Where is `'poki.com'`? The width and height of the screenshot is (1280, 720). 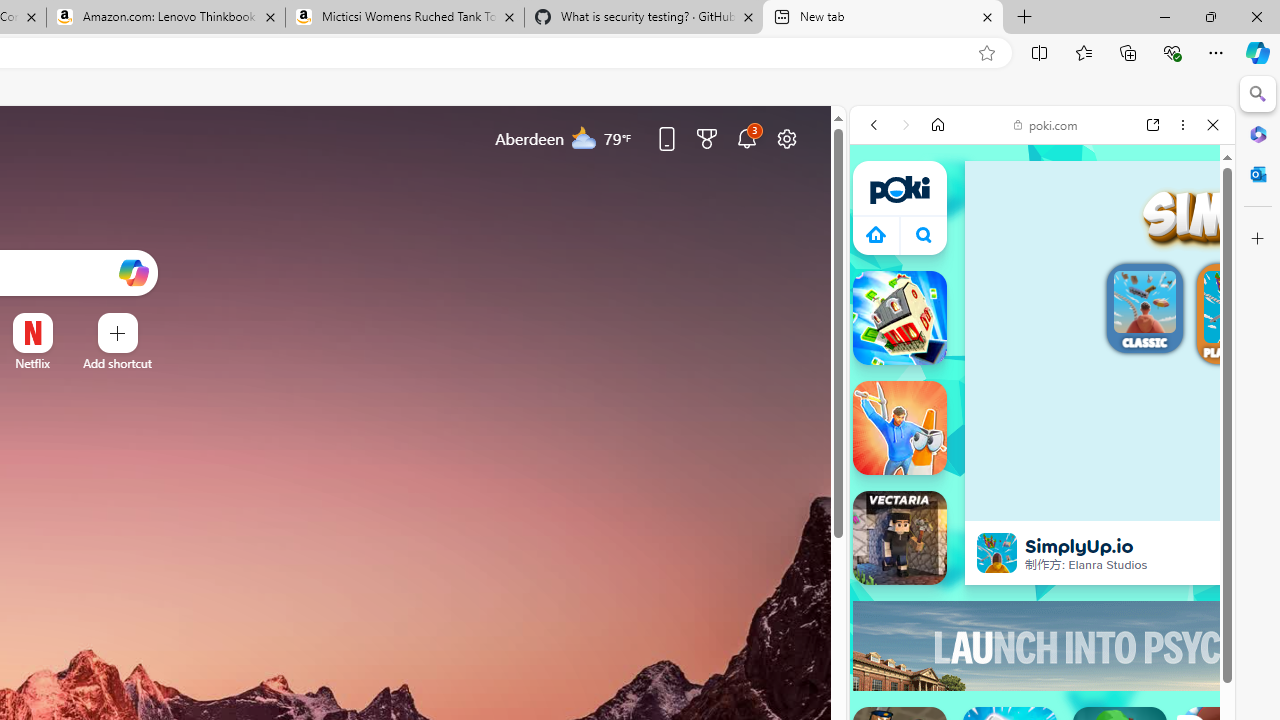 'poki.com' is located at coordinates (1045, 124).